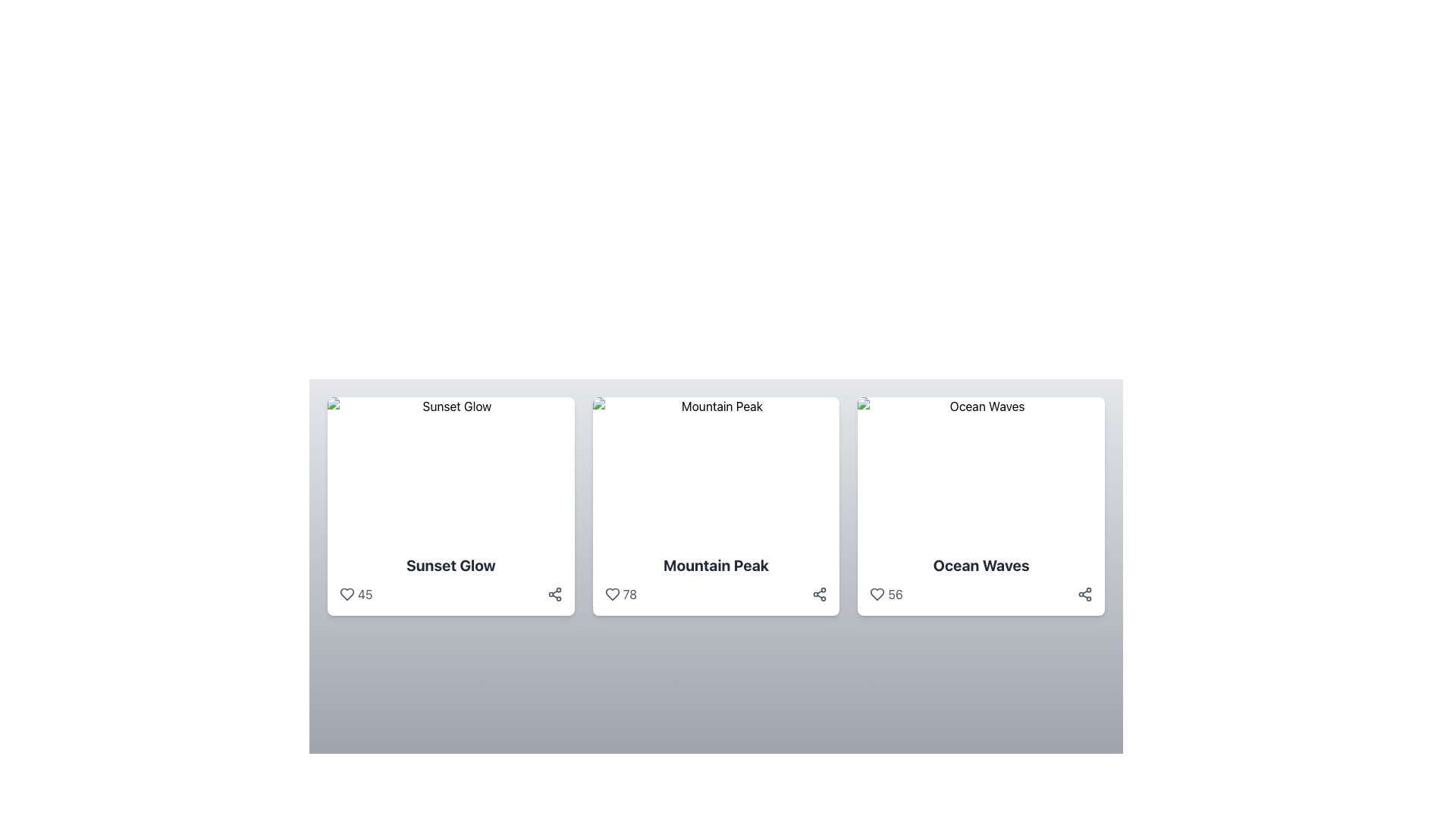 The height and width of the screenshot is (819, 1456). I want to click on text content of the title 'Ocean Waves' displayed in large, bold, dark-gray text at the bottom-center of the rightmost card, so click(981, 565).